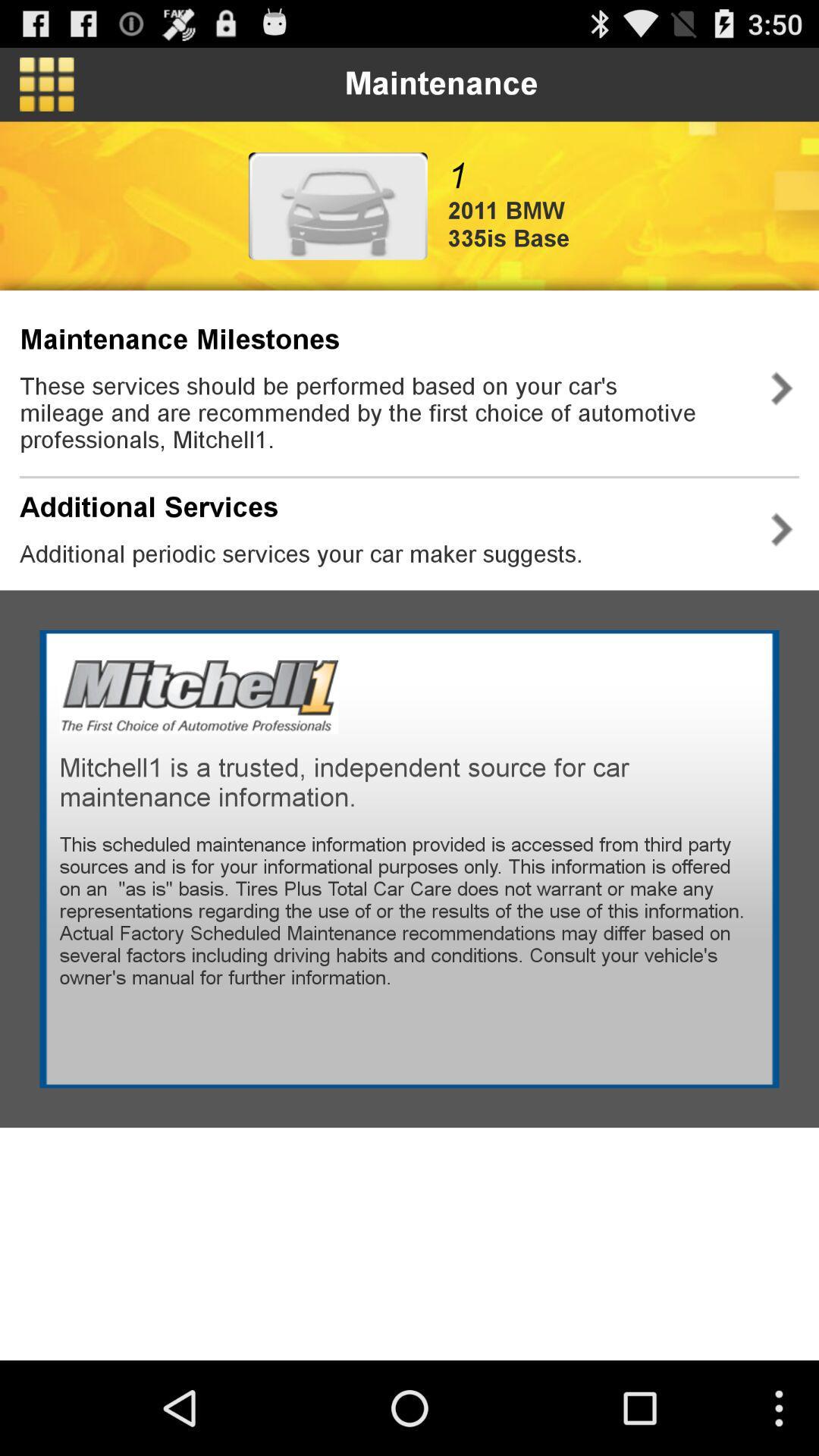 This screenshot has height=1456, width=819. Describe the element at coordinates (381, 413) in the screenshot. I see `item below maintenance milestones app` at that location.